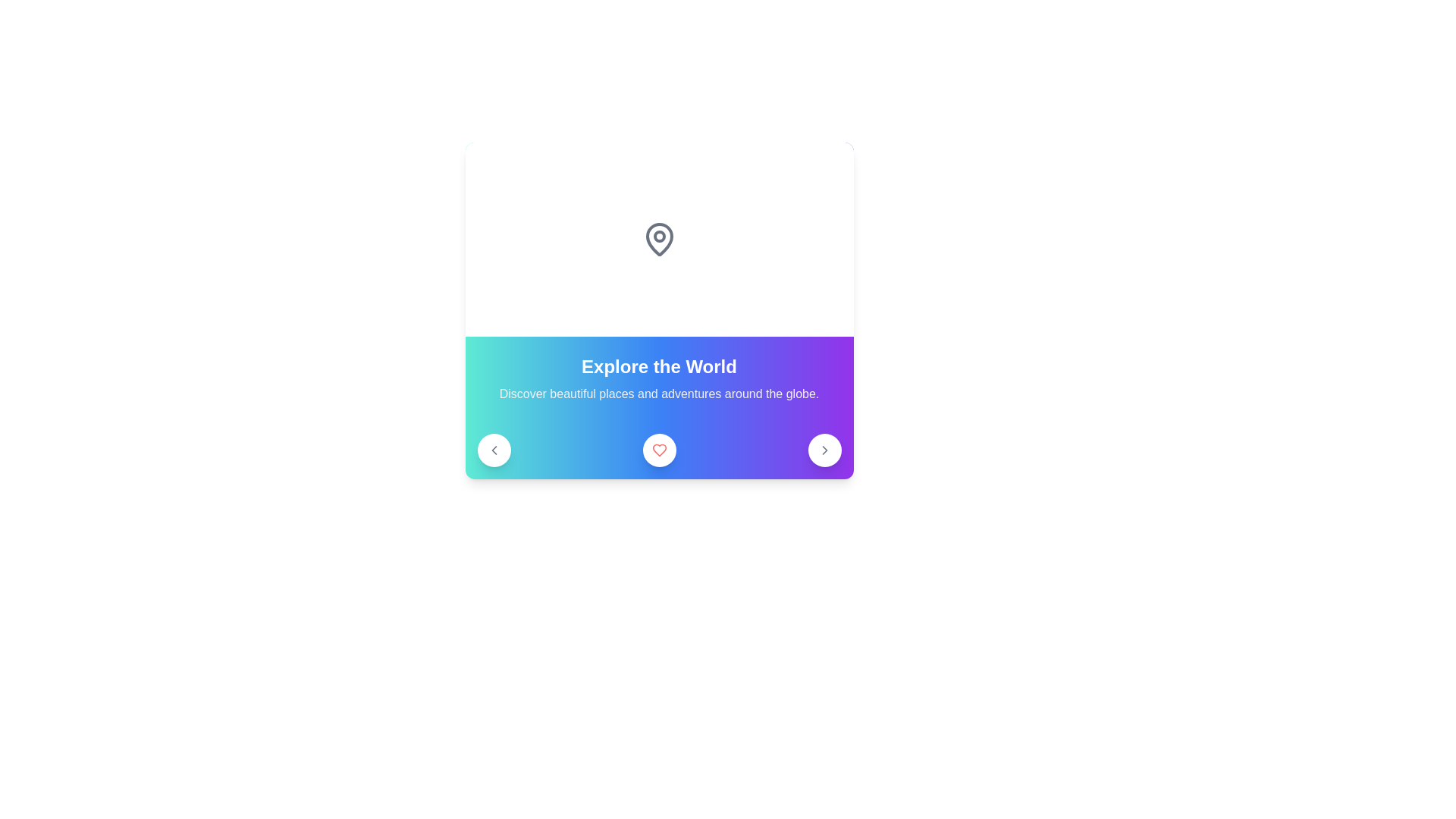  Describe the element at coordinates (659, 394) in the screenshot. I see `text content of the centered text snippet that says 'Discover beautiful places and adventures around the globe.' located below the 'Explore the World' heading` at that location.